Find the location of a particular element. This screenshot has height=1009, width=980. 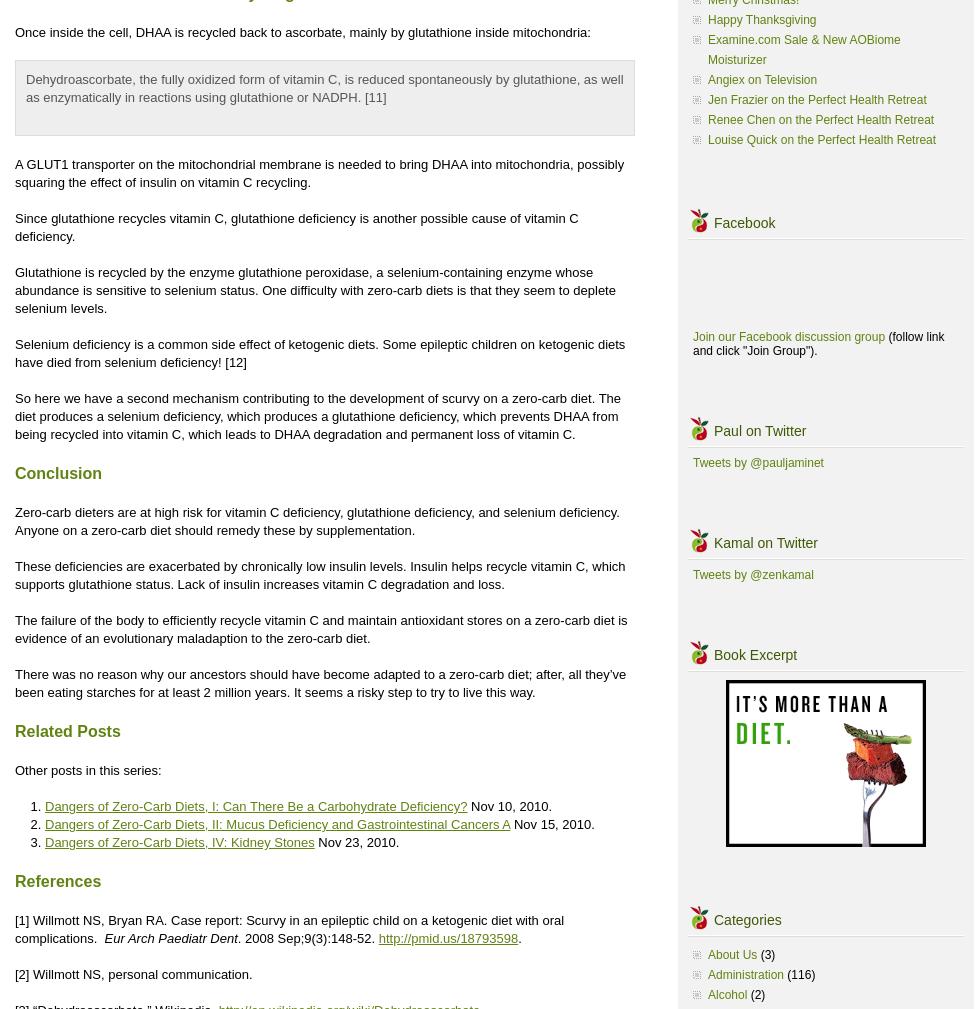

'Facebook' is located at coordinates (714, 221).